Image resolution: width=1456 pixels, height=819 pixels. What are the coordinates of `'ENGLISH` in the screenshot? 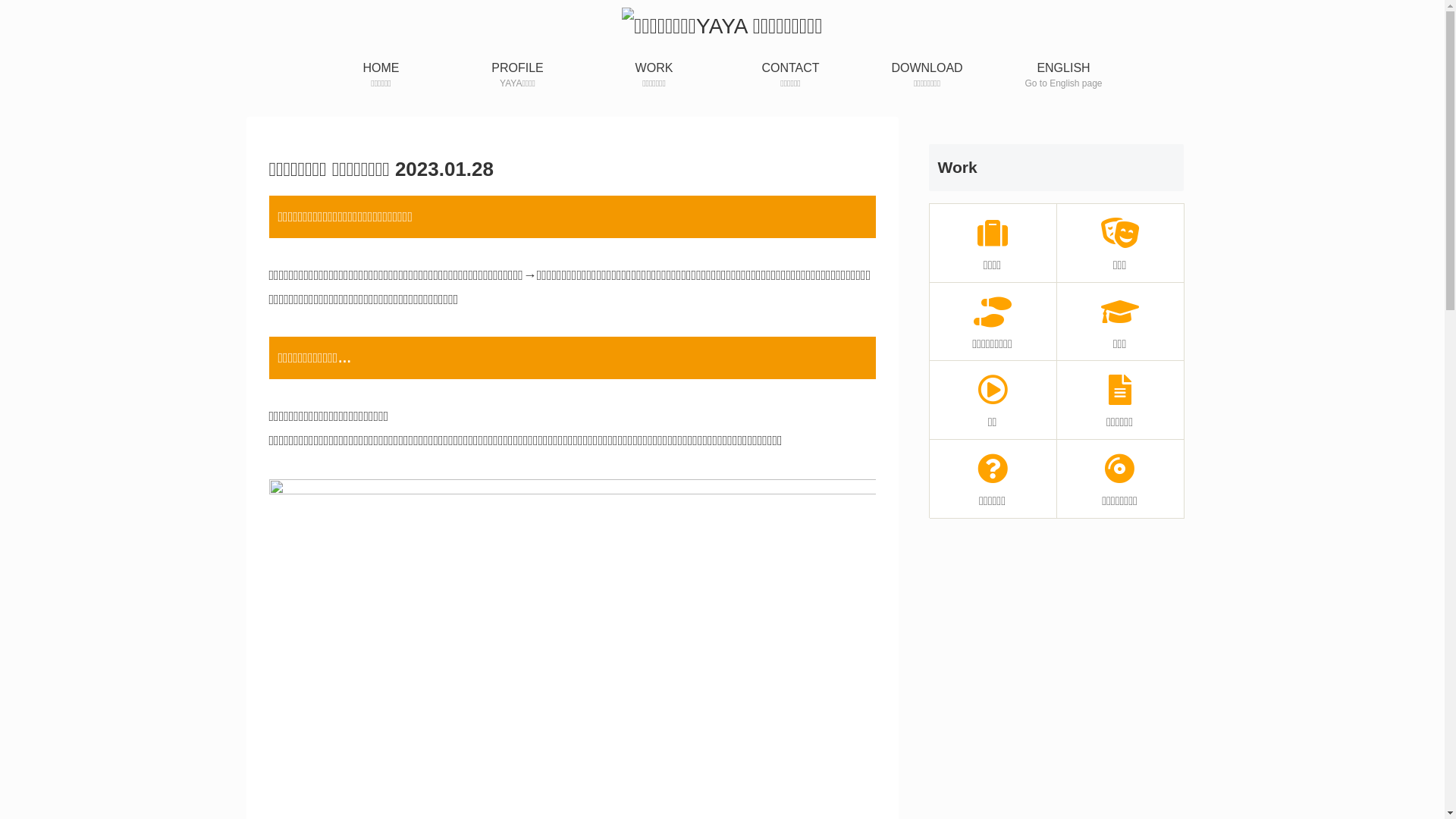 It's located at (1062, 76).